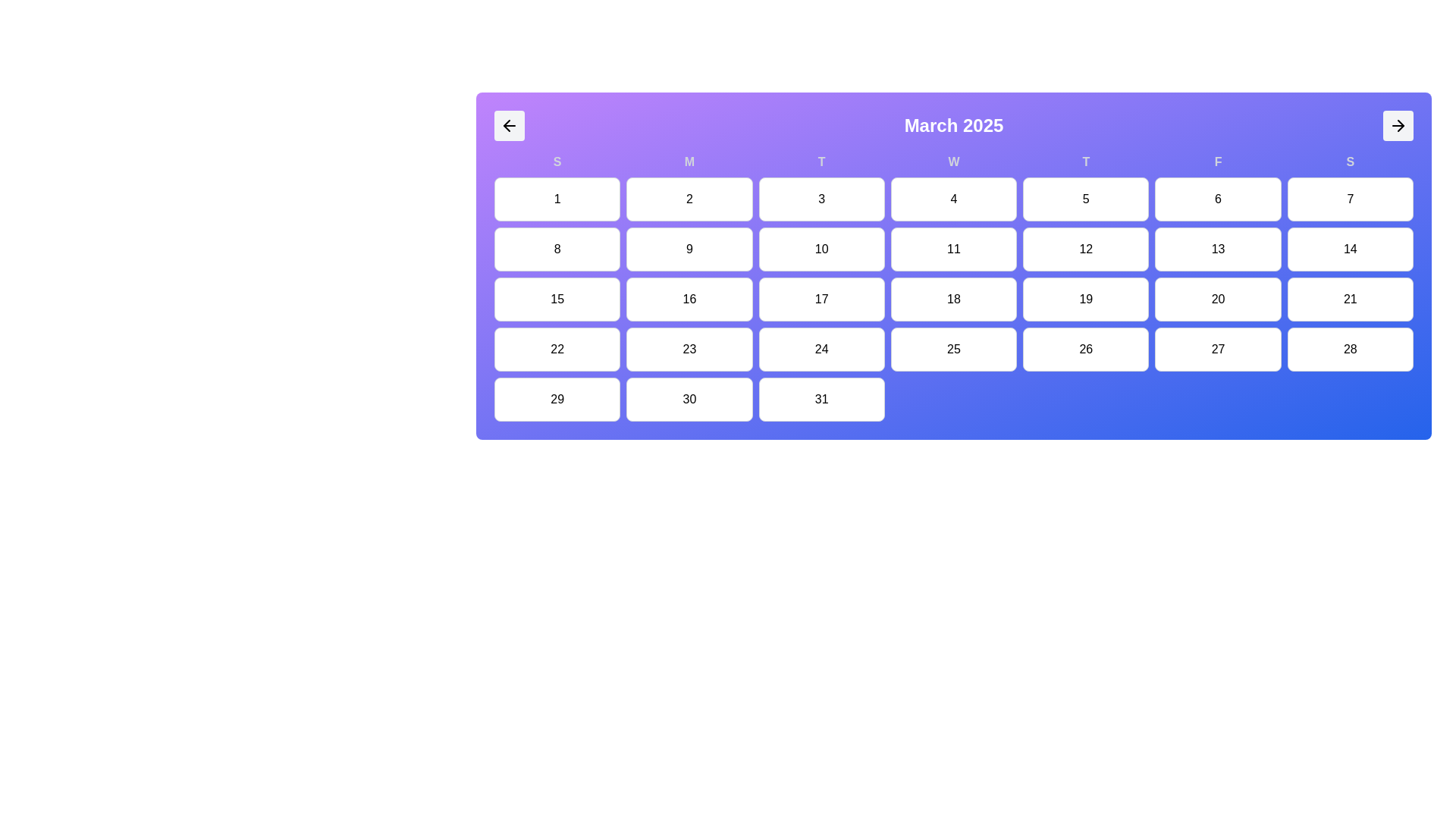 Image resolution: width=1456 pixels, height=819 pixels. What do you see at coordinates (1218, 248) in the screenshot?
I see `the Calendar day cell for Friday, which is a rectangular block with a white background and contains the number '13'` at bounding box center [1218, 248].